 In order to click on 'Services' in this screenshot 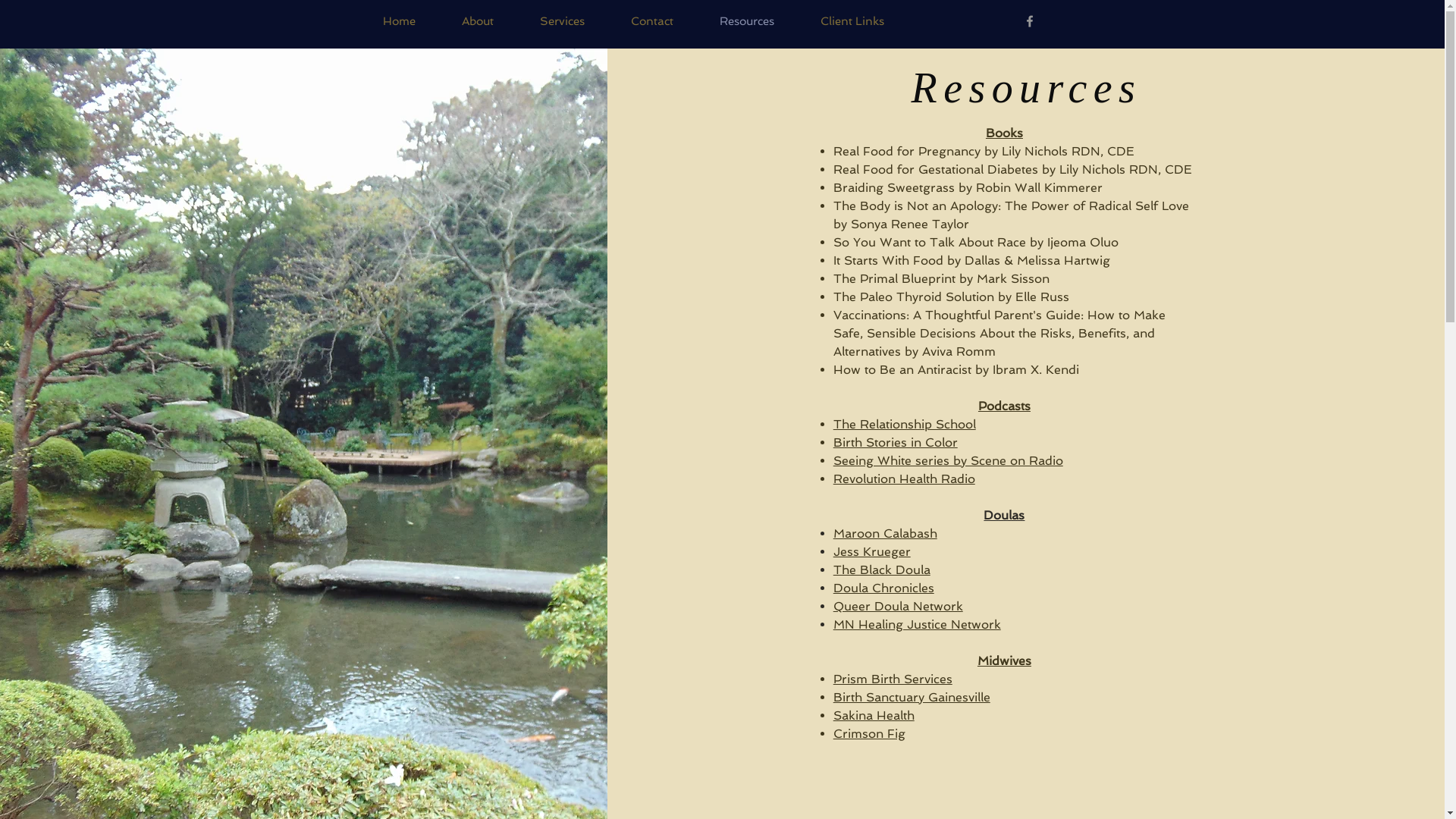, I will do `click(562, 20)`.